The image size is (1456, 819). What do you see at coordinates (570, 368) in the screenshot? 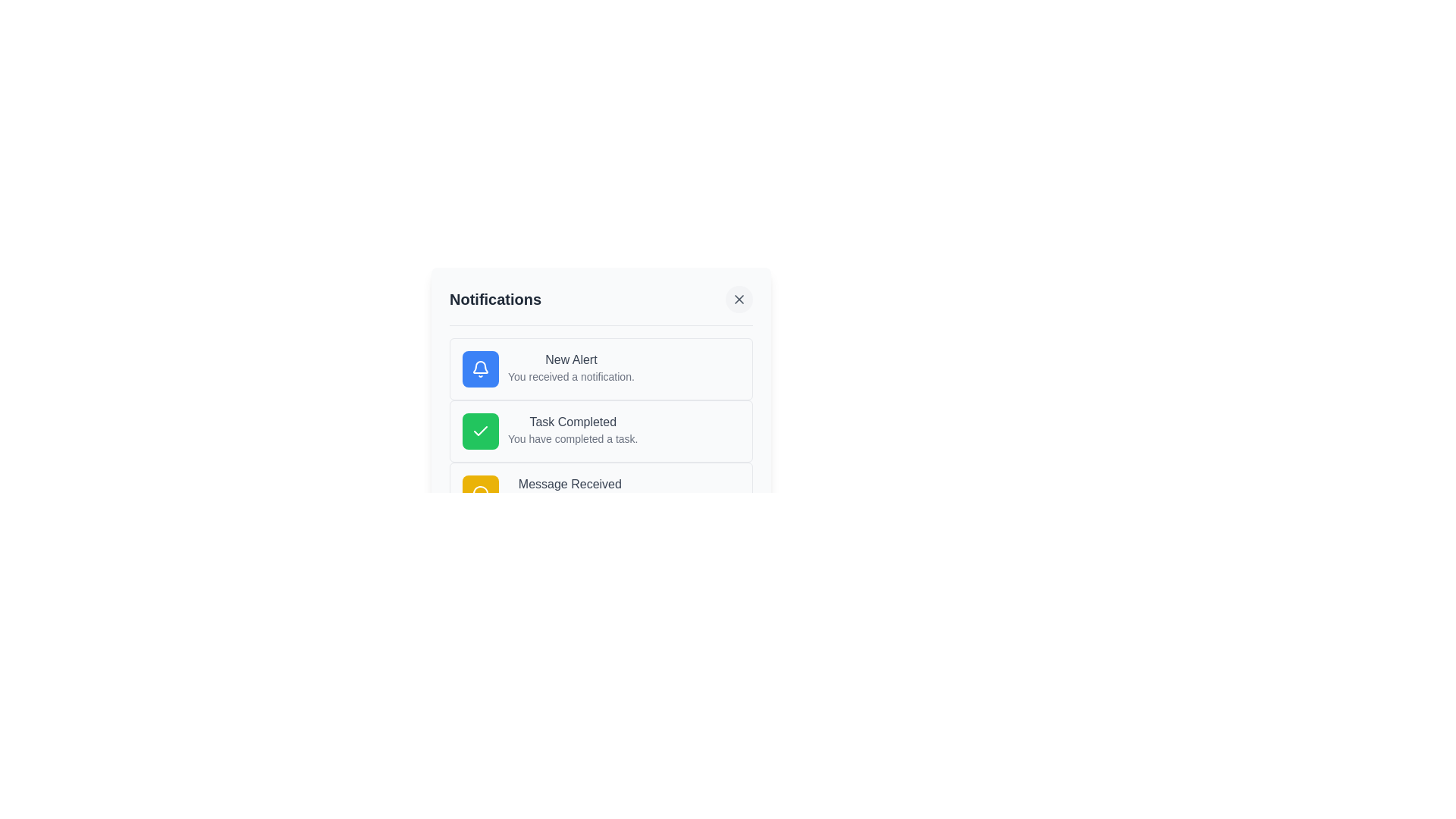
I see `notification details from the Text content block that contains 'New Alert' and 'You received a notification.' positioned below the blue bell icon` at bounding box center [570, 368].